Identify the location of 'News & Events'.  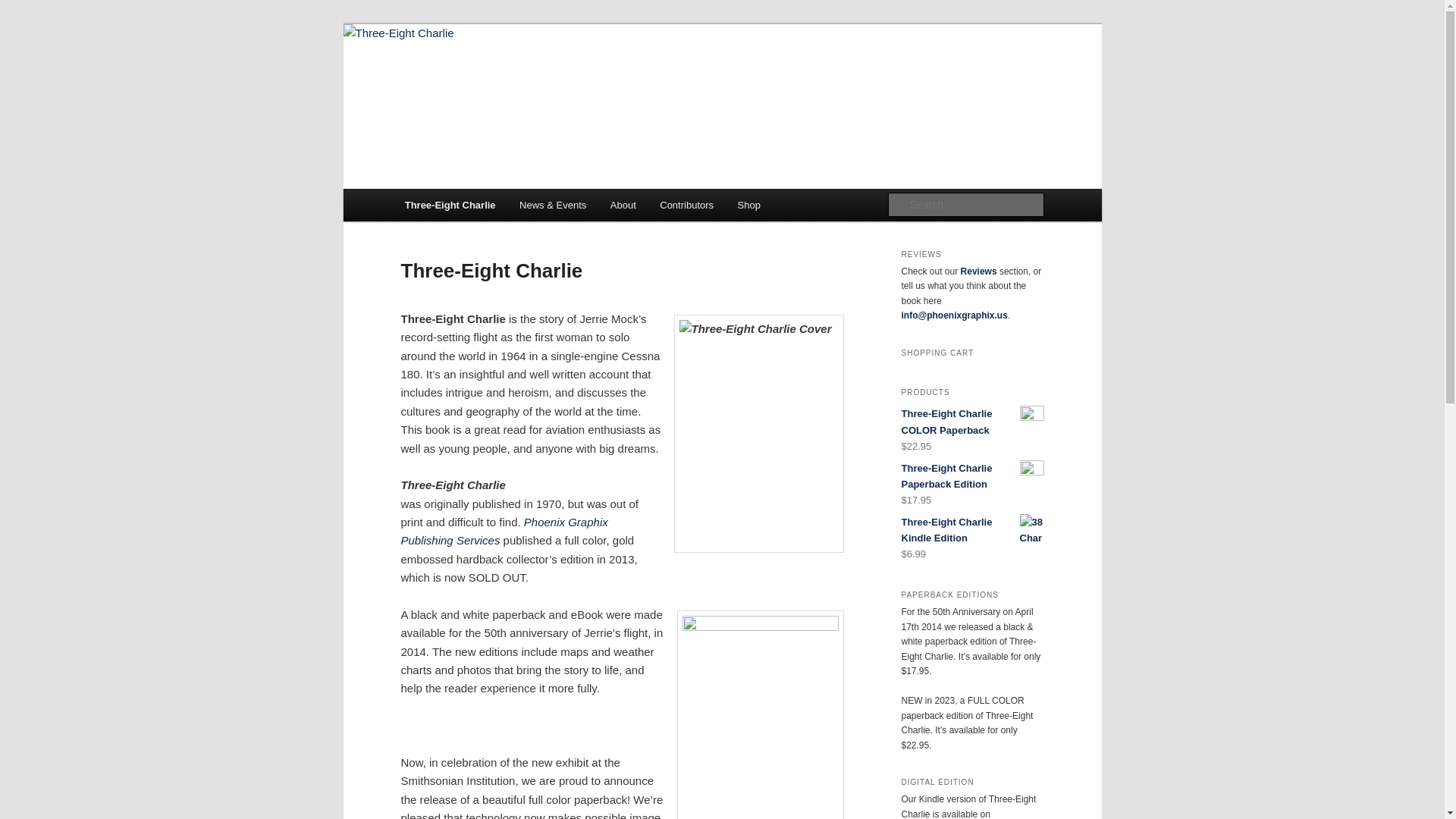
(552, 205).